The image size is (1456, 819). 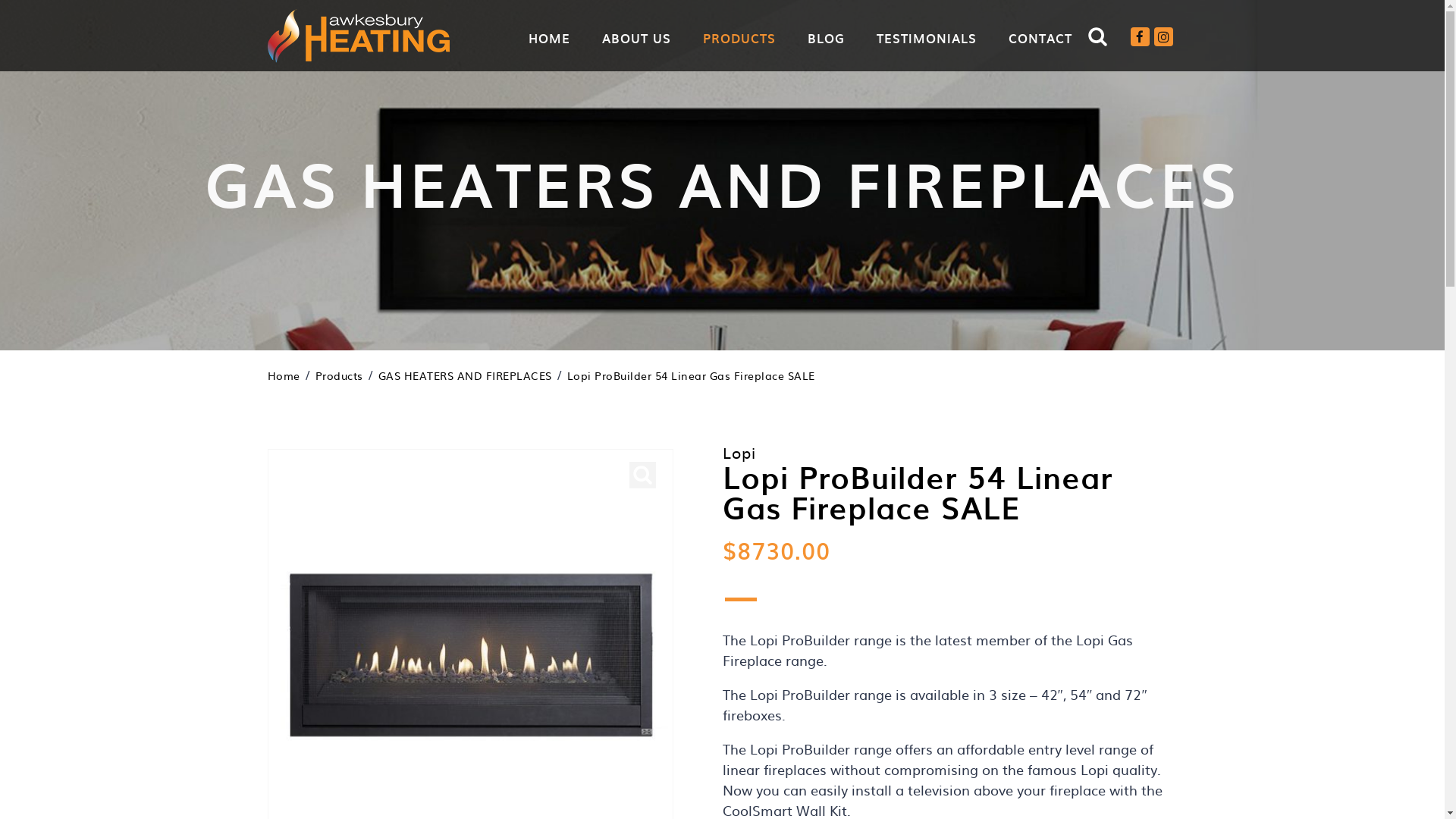 What do you see at coordinates (824, 37) in the screenshot?
I see `'BLOG'` at bounding box center [824, 37].